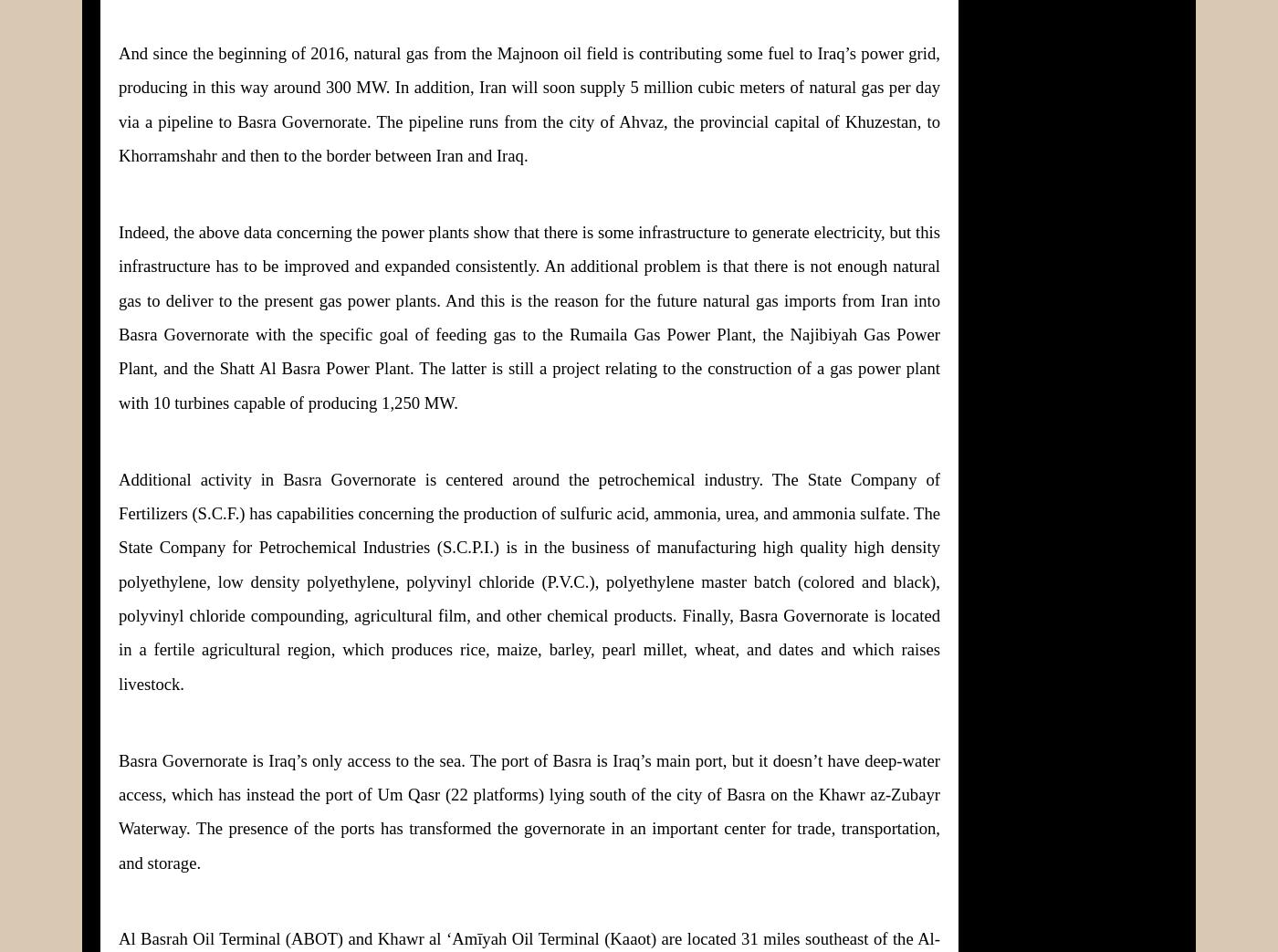 Image resolution: width=1278 pixels, height=952 pixels. What do you see at coordinates (529, 811) in the screenshot?
I see `'the Khawr az-Zubayr Waterway.'` at bounding box center [529, 811].